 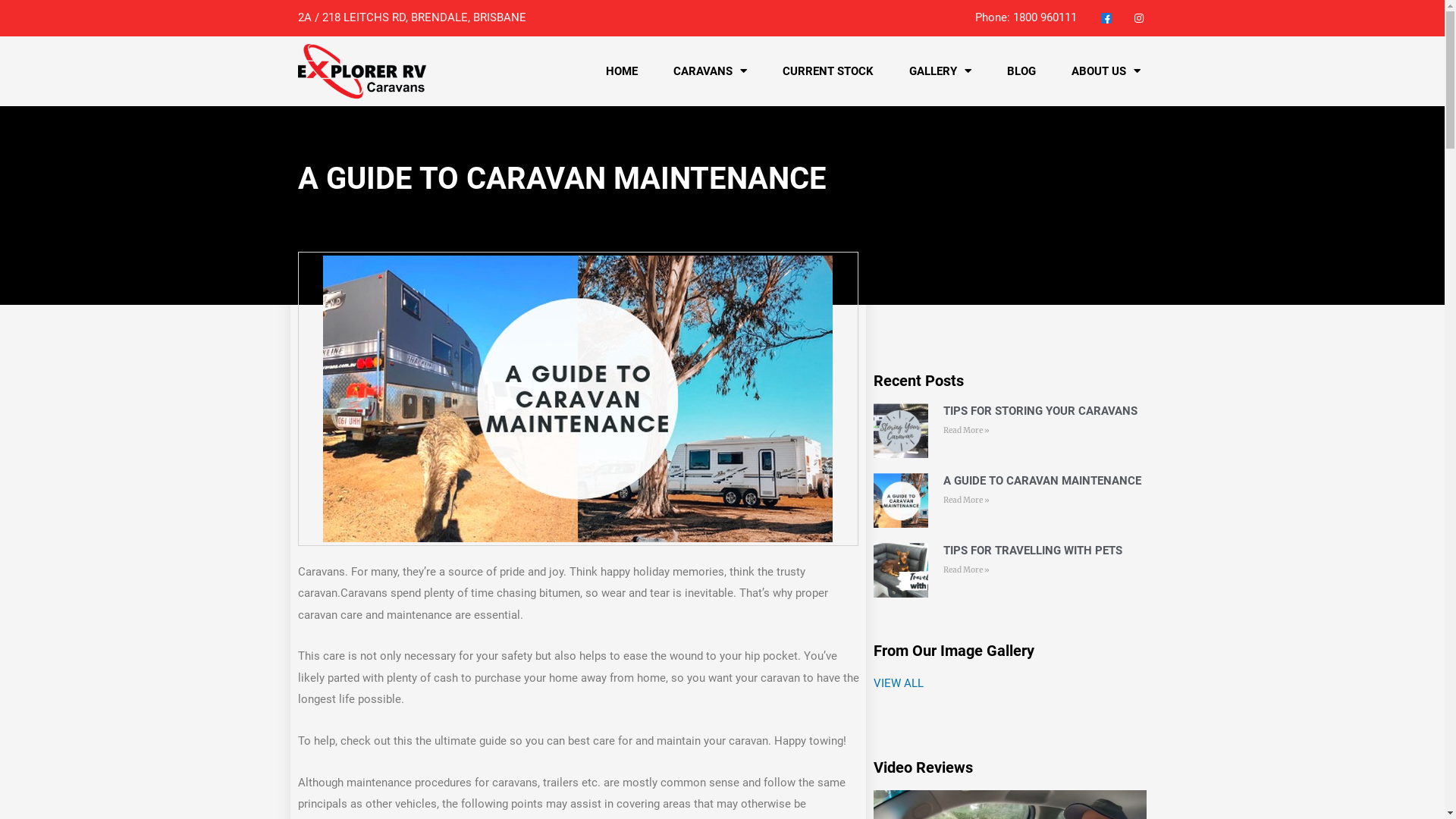 What do you see at coordinates (1021, 71) in the screenshot?
I see `'BLOG'` at bounding box center [1021, 71].